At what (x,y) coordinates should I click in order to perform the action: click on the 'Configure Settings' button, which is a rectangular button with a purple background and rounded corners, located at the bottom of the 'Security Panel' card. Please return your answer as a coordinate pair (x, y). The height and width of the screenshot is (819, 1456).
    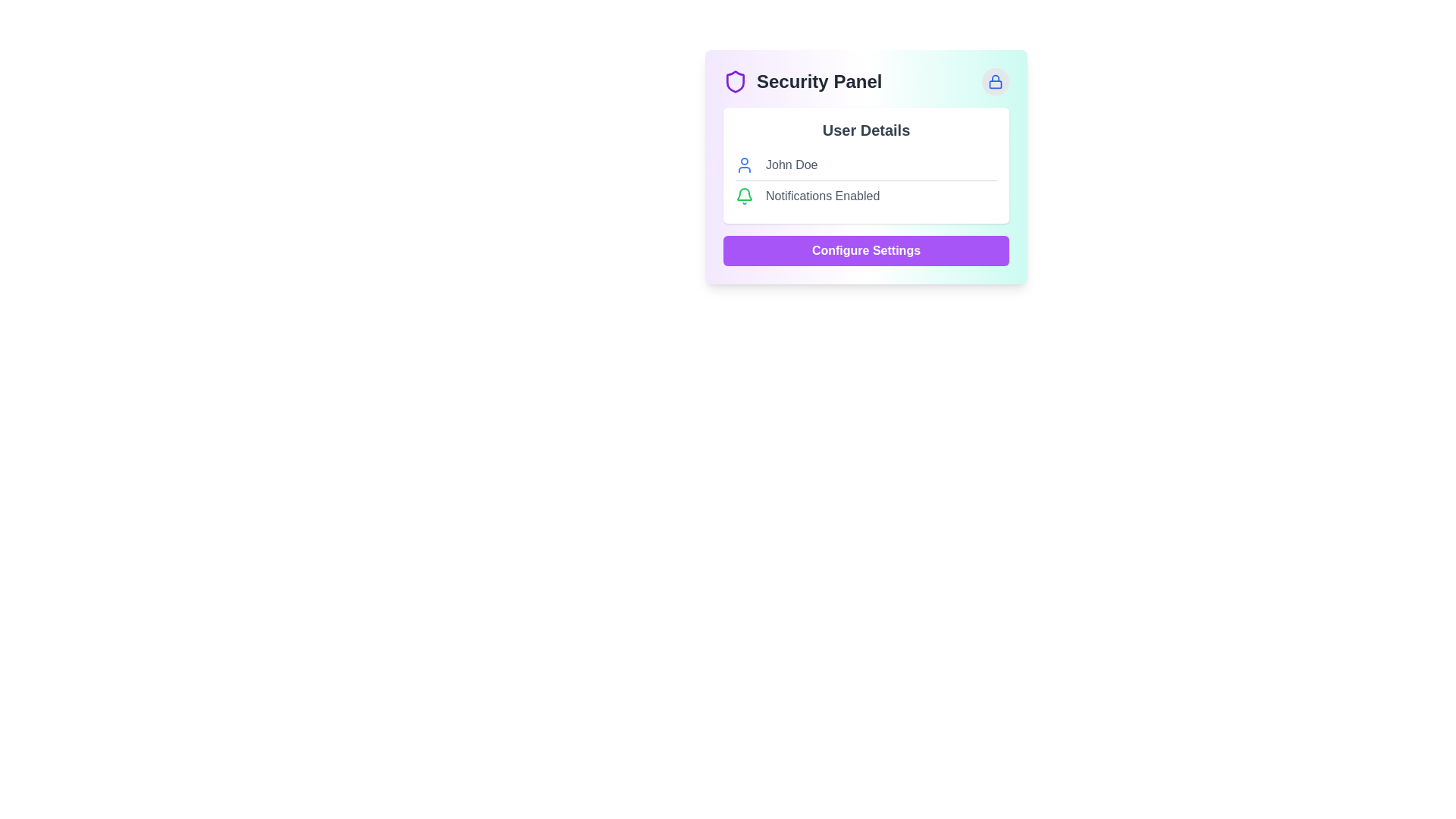
    Looking at the image, I should click on (866, 250).